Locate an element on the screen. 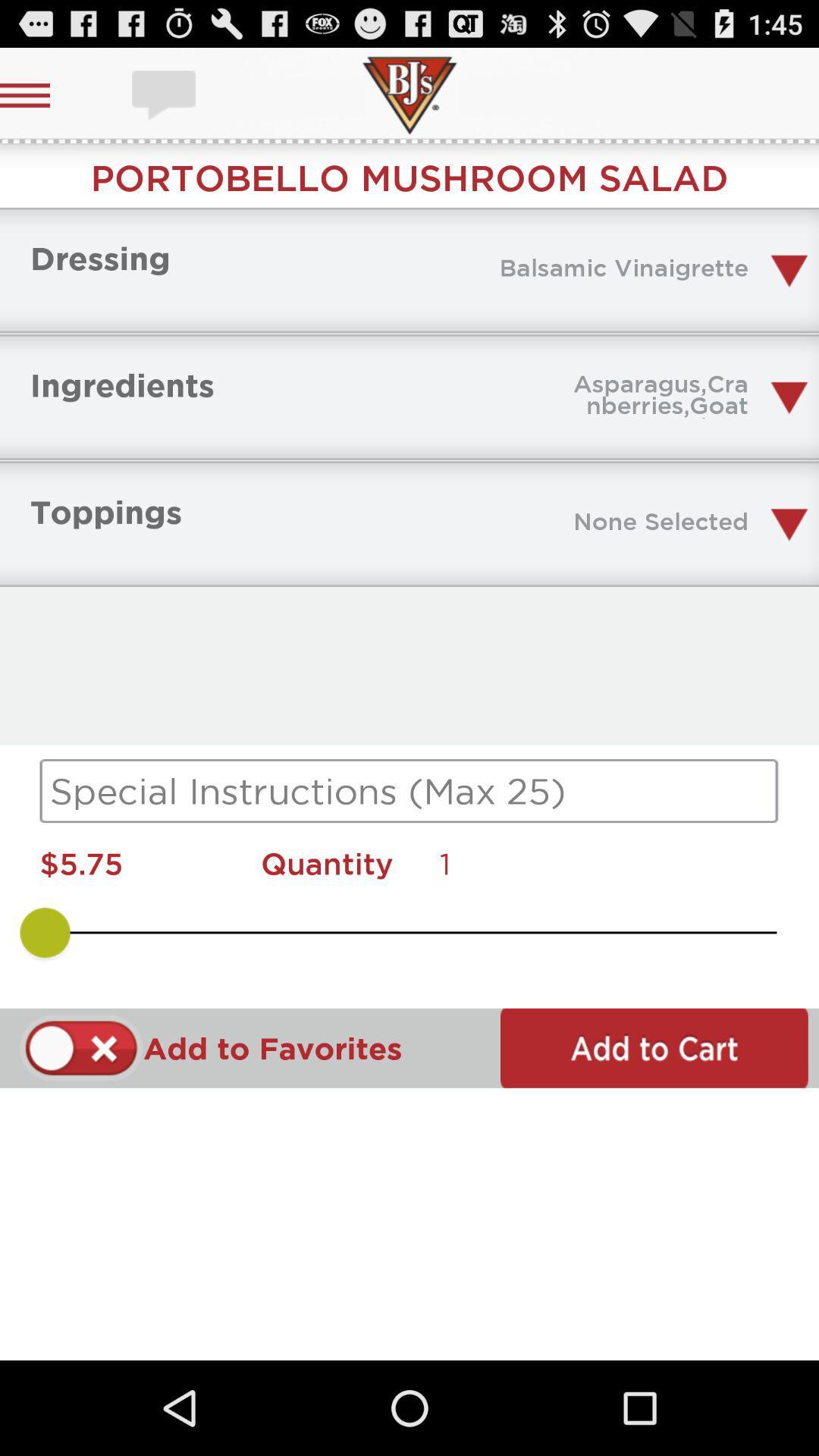 The image size is (819, 1456). the option beside add to favorites is located at coordinates (81, 1047).